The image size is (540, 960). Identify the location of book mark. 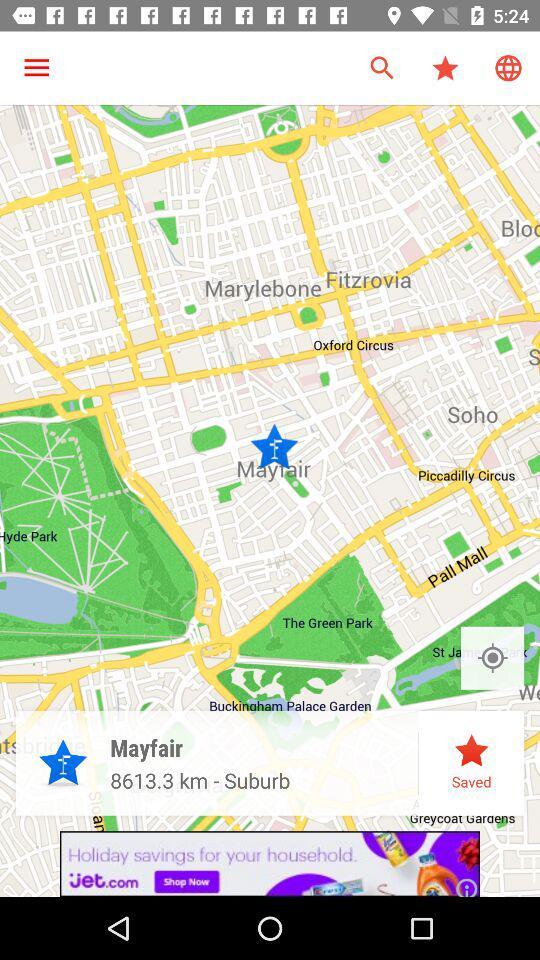
(491, 657).